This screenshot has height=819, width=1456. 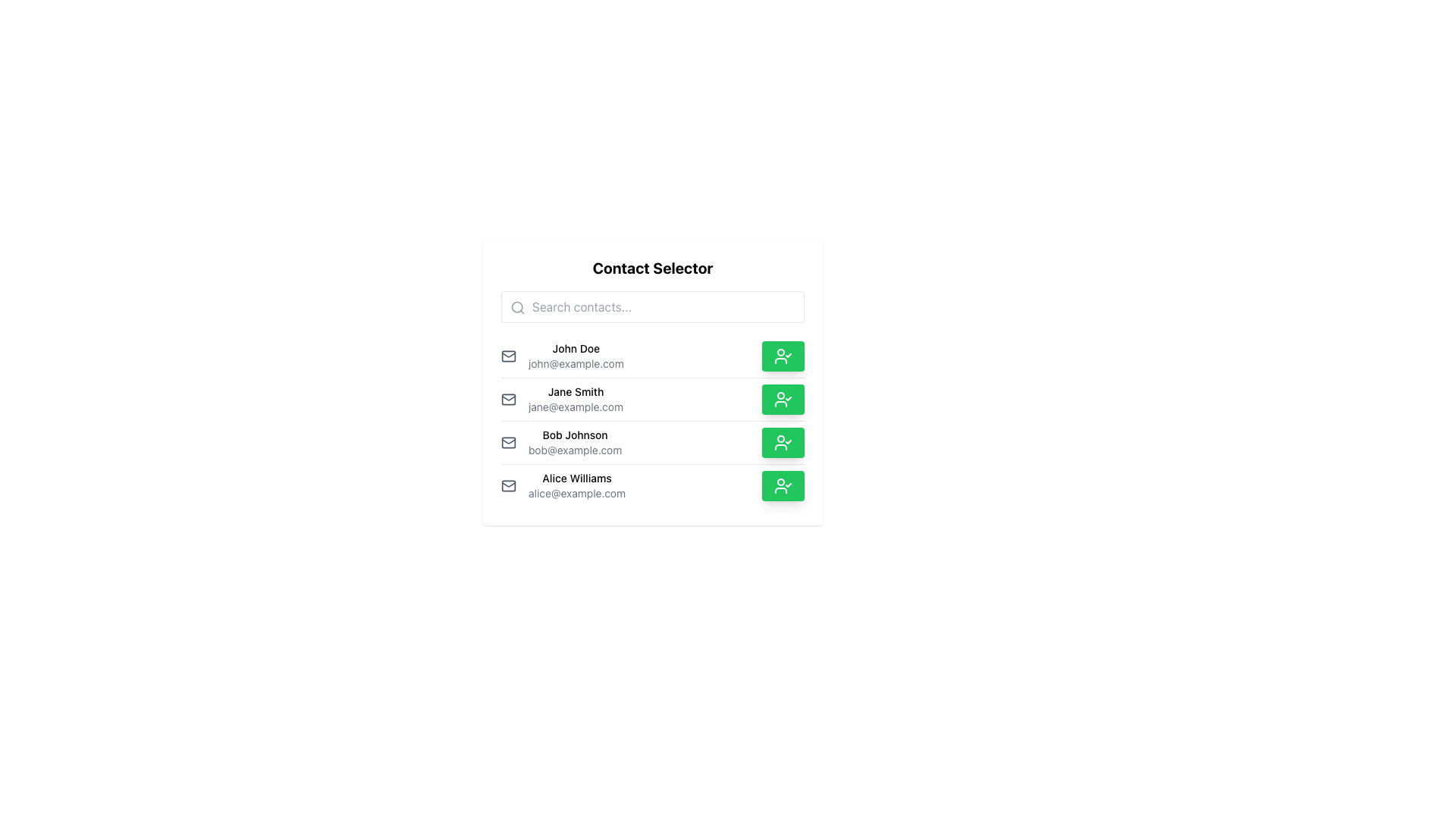 What do you see at coordinates (783, 485) in the screenshot?
I see `the user icon featuring a silhouette of a person with a checkmark, located on the green button at the end of the row for 'Alice Williams'` at bounding box center [783, 485].